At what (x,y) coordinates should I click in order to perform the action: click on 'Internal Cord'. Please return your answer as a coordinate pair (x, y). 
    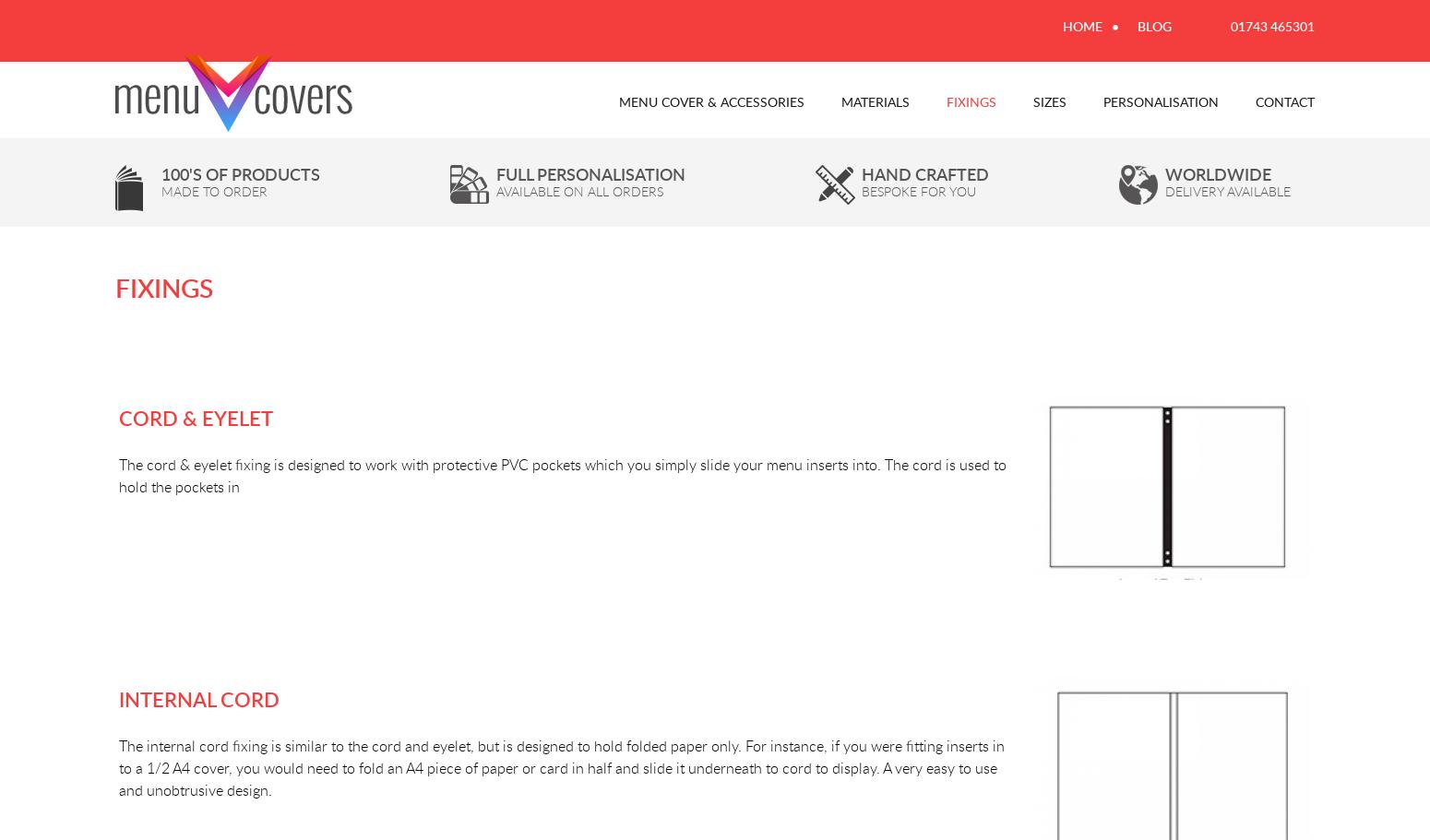
    Looking at the image, I should click on (198, 698).